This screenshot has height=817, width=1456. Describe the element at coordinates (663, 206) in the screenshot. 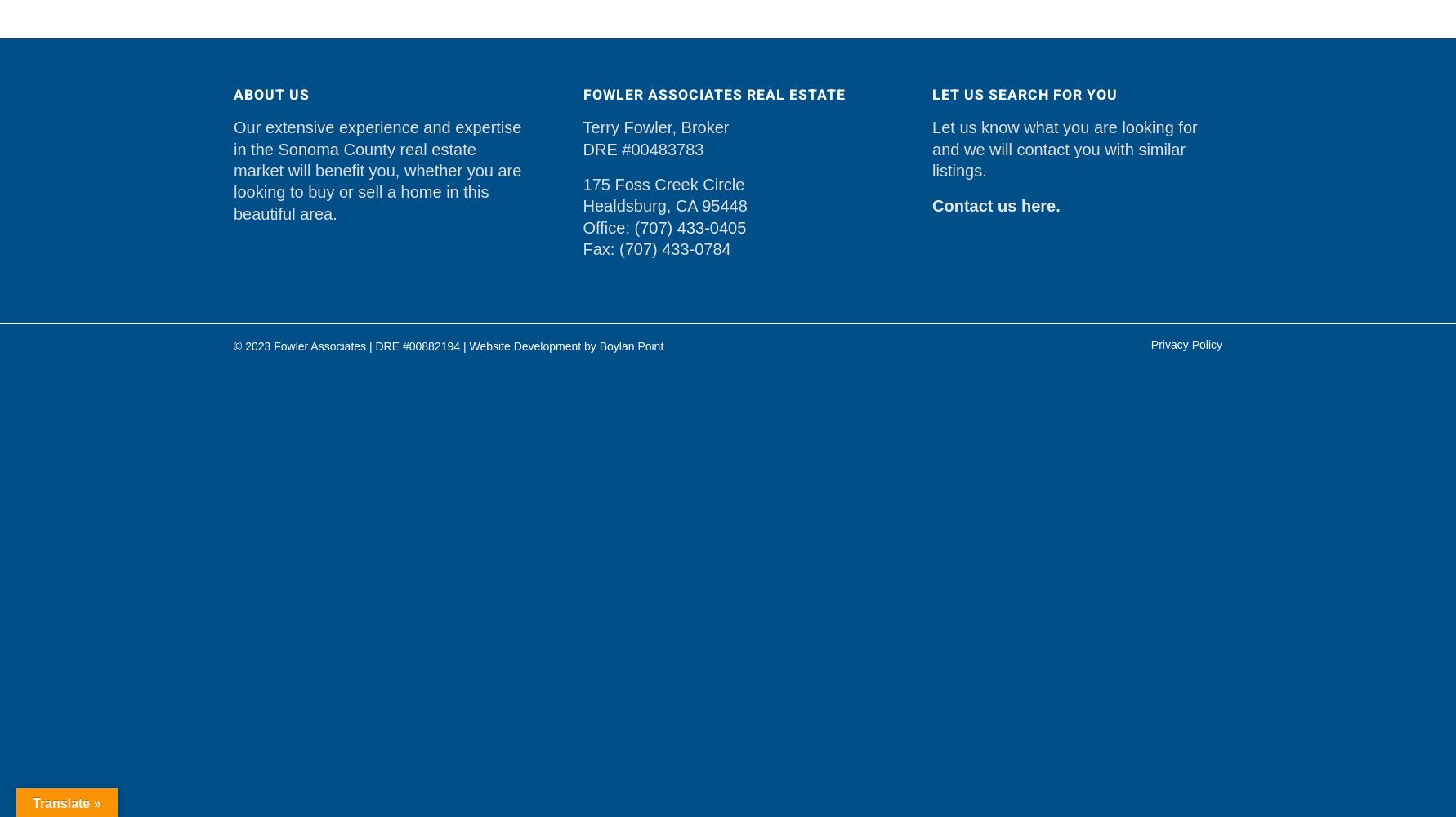

I see `'Healdsburg, CA 95448'` at that location.